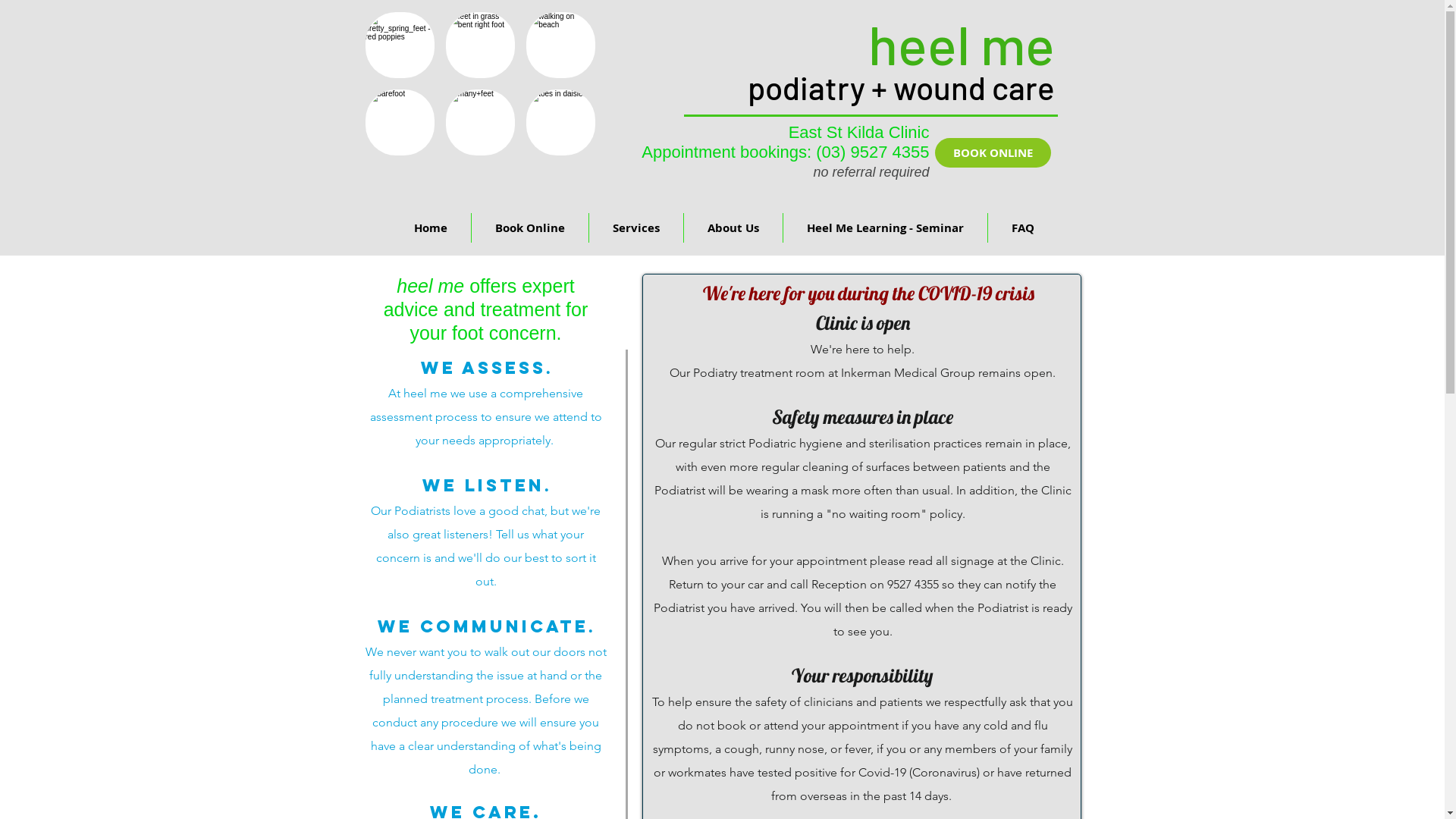  What do you see at coordinates (987, 227) in the screenshot?
I see `'FAQ'` at bounding box center [987, 227].